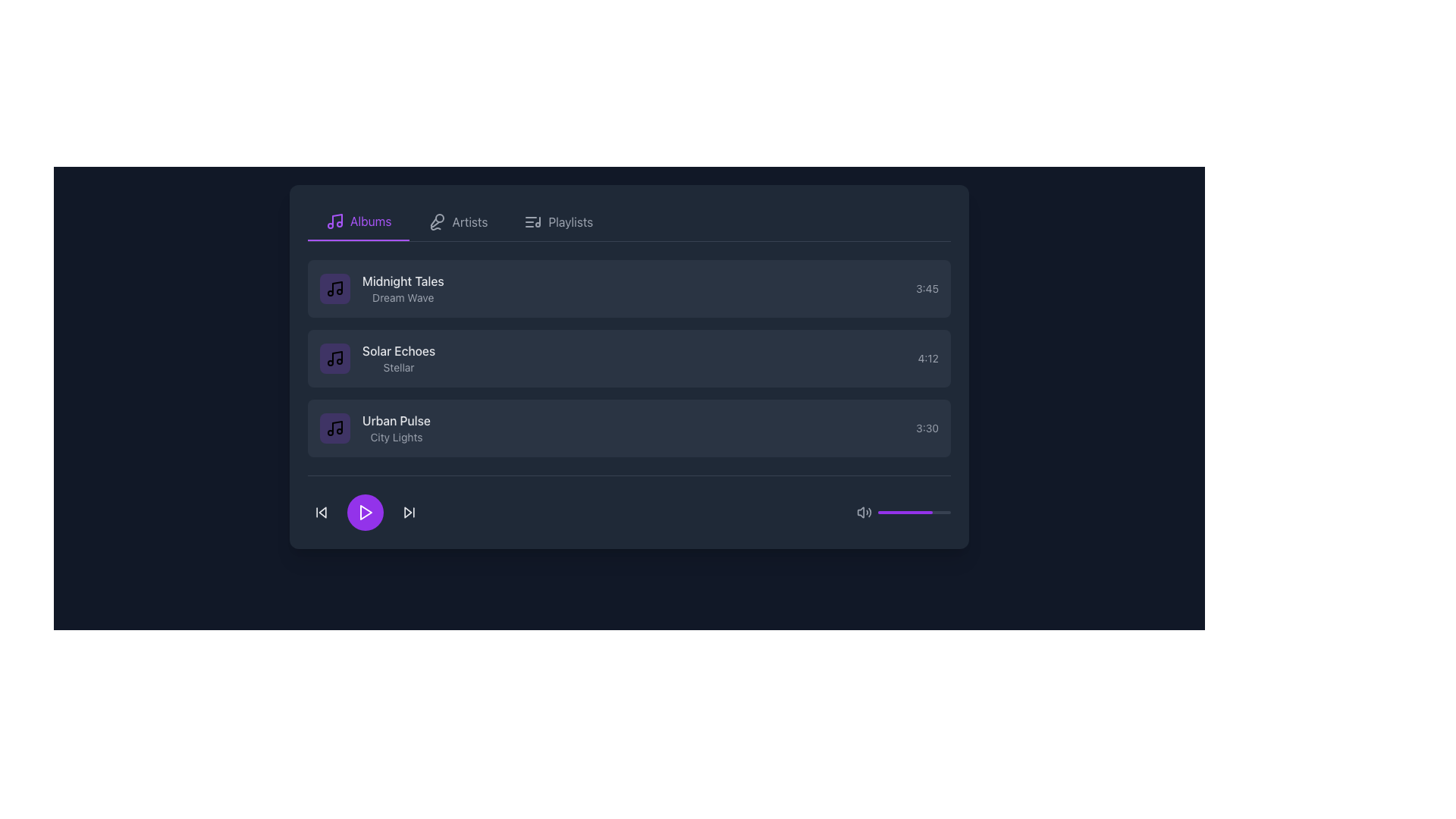  I want to click on the text block displaying the name and description of the music album located in the first row of the Albums section, so click(403, 289).